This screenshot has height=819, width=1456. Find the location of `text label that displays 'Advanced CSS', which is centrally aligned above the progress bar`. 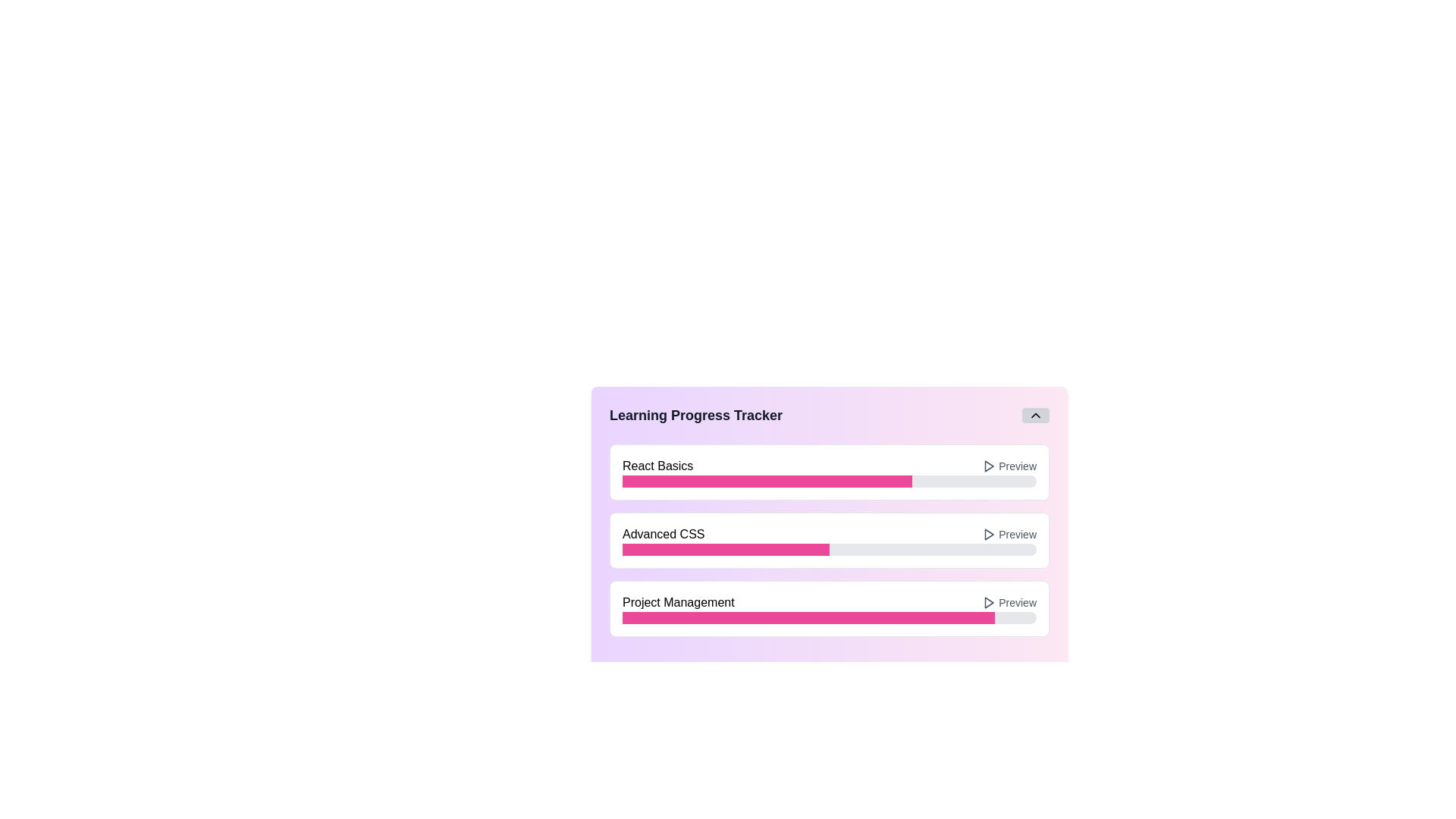

text label that displays 'Advanced CSS', which is centrally aligned above the progress bar is located at coordinates (664, 534).